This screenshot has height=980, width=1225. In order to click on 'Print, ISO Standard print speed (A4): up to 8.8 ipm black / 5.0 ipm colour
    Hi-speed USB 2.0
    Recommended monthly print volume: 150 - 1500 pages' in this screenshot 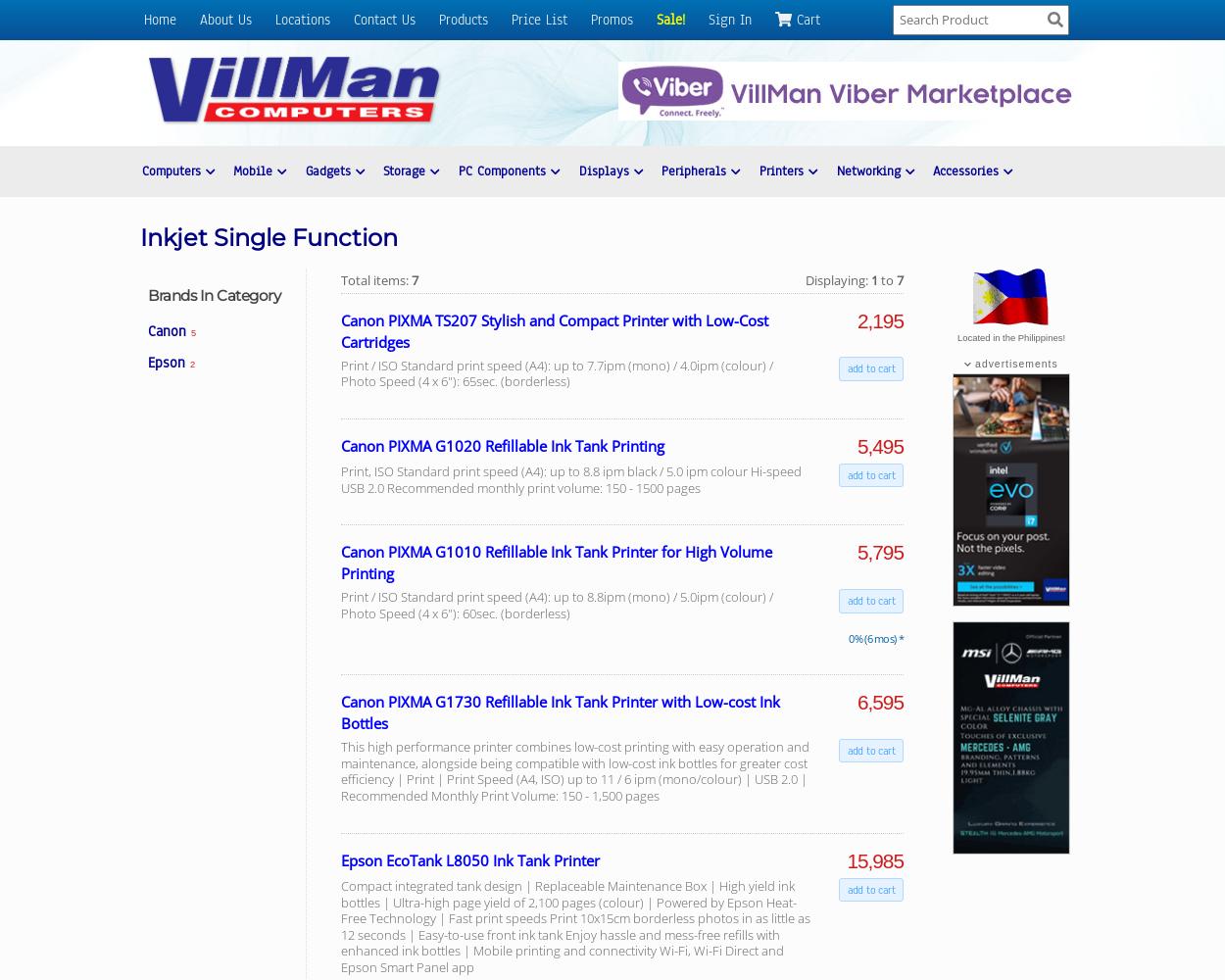, I will do `click(570, 478)`.